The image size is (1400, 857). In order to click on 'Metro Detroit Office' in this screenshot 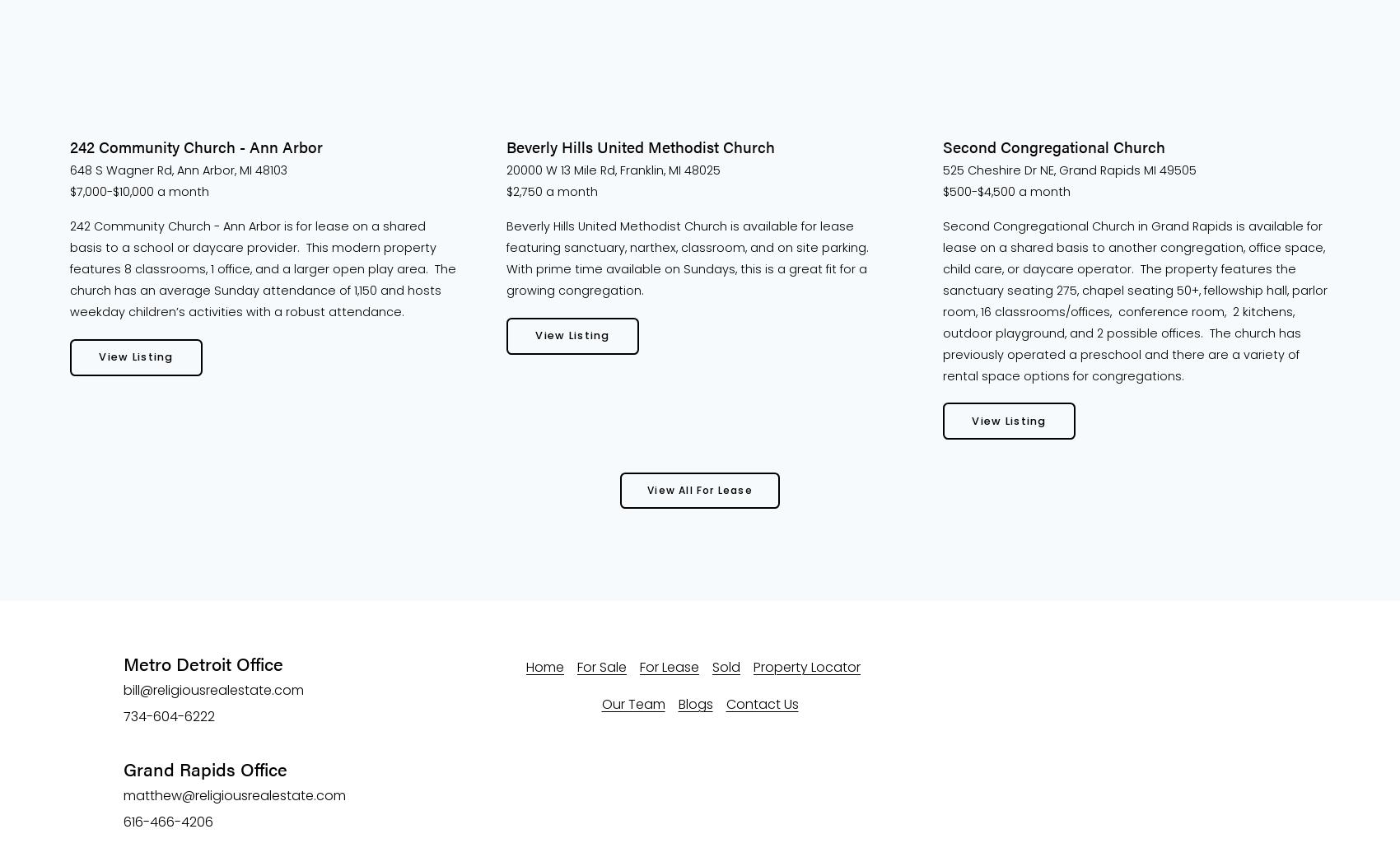, I will do `click(122, 664)`.